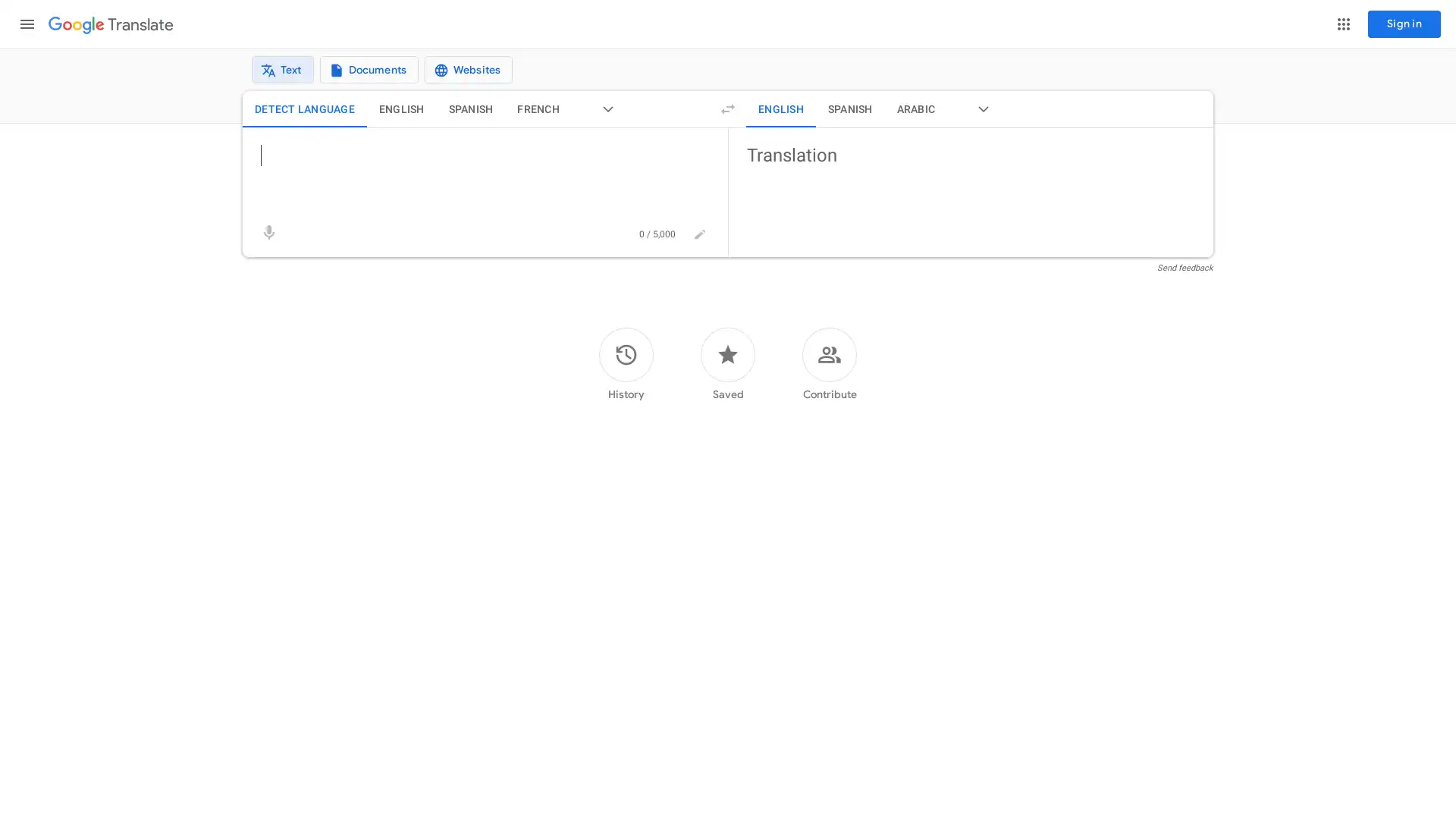 The width and height of the screenshot is (1456, 819). Describe the element at coordinates (269, 241) in the screenshot. I see `Translate by voice` at that location.